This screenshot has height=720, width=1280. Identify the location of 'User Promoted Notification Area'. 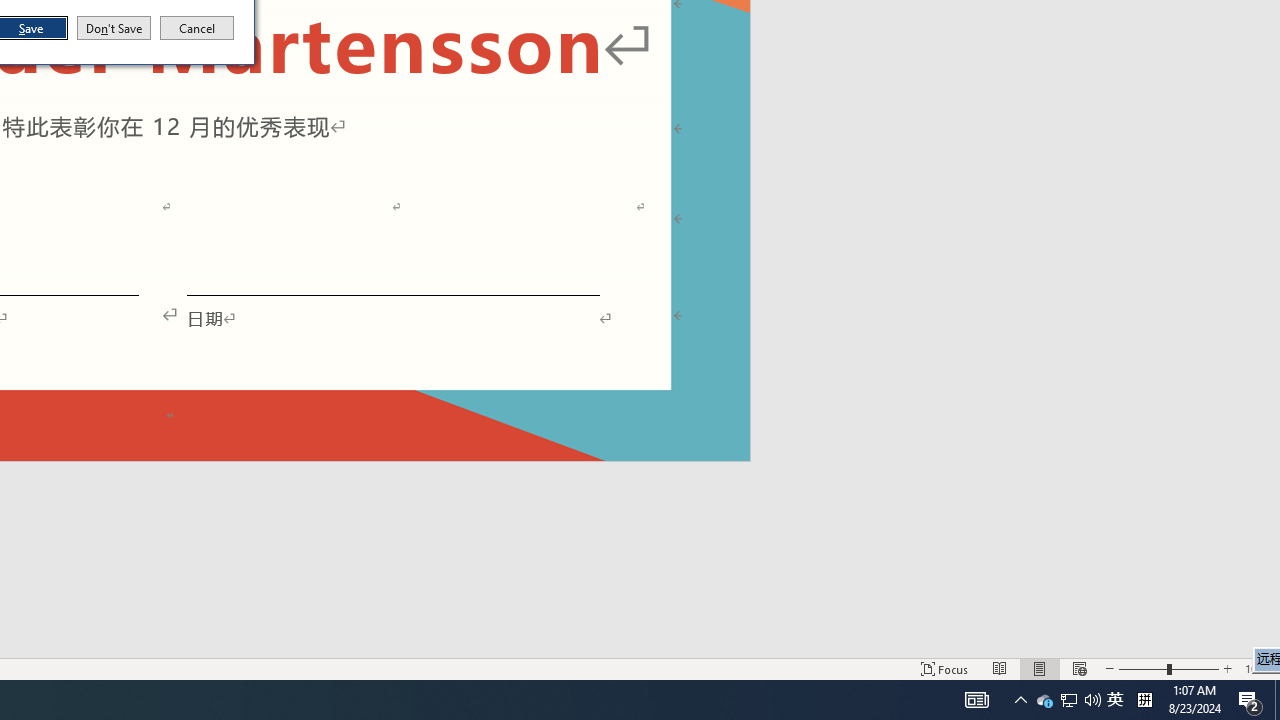
(1044, 698).